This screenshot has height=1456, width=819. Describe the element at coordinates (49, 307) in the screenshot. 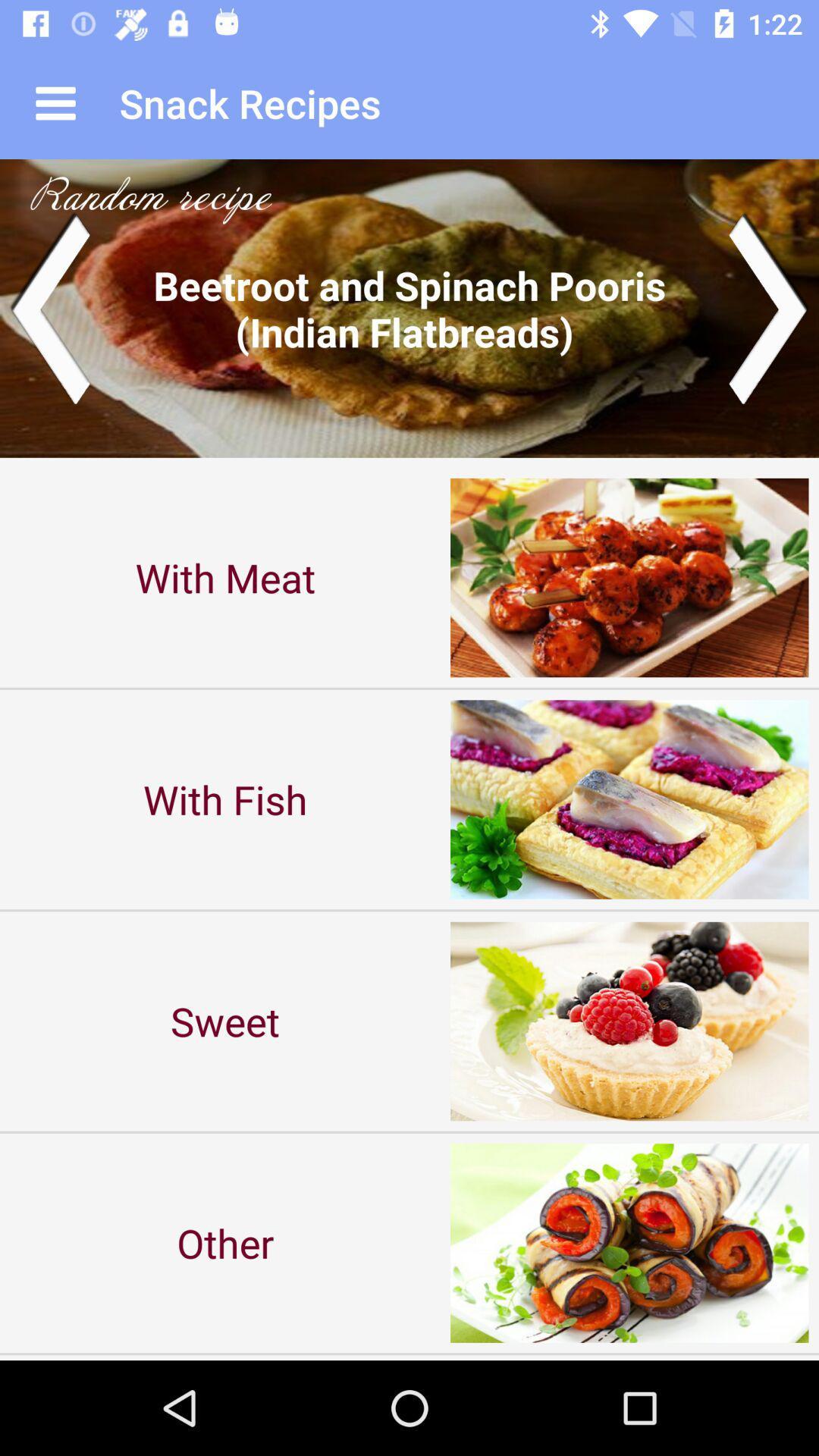

I see `navigate to a previous random recipe` at that location.